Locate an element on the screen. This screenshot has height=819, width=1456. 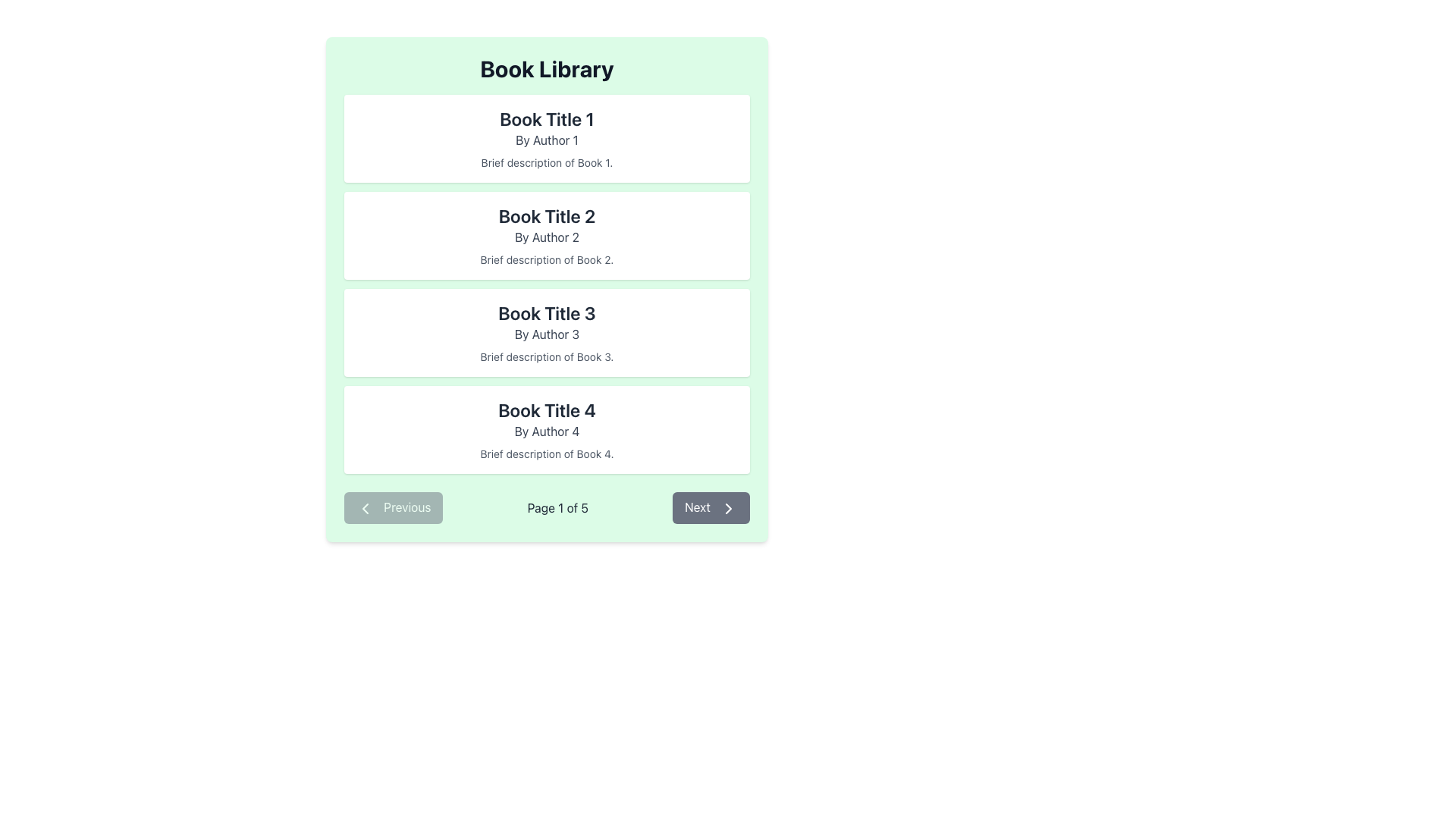
the text element that provides a brief summary for 'Book Title 2', which is positioned below the title and author name within its content card is located at coordinates (546, 259).